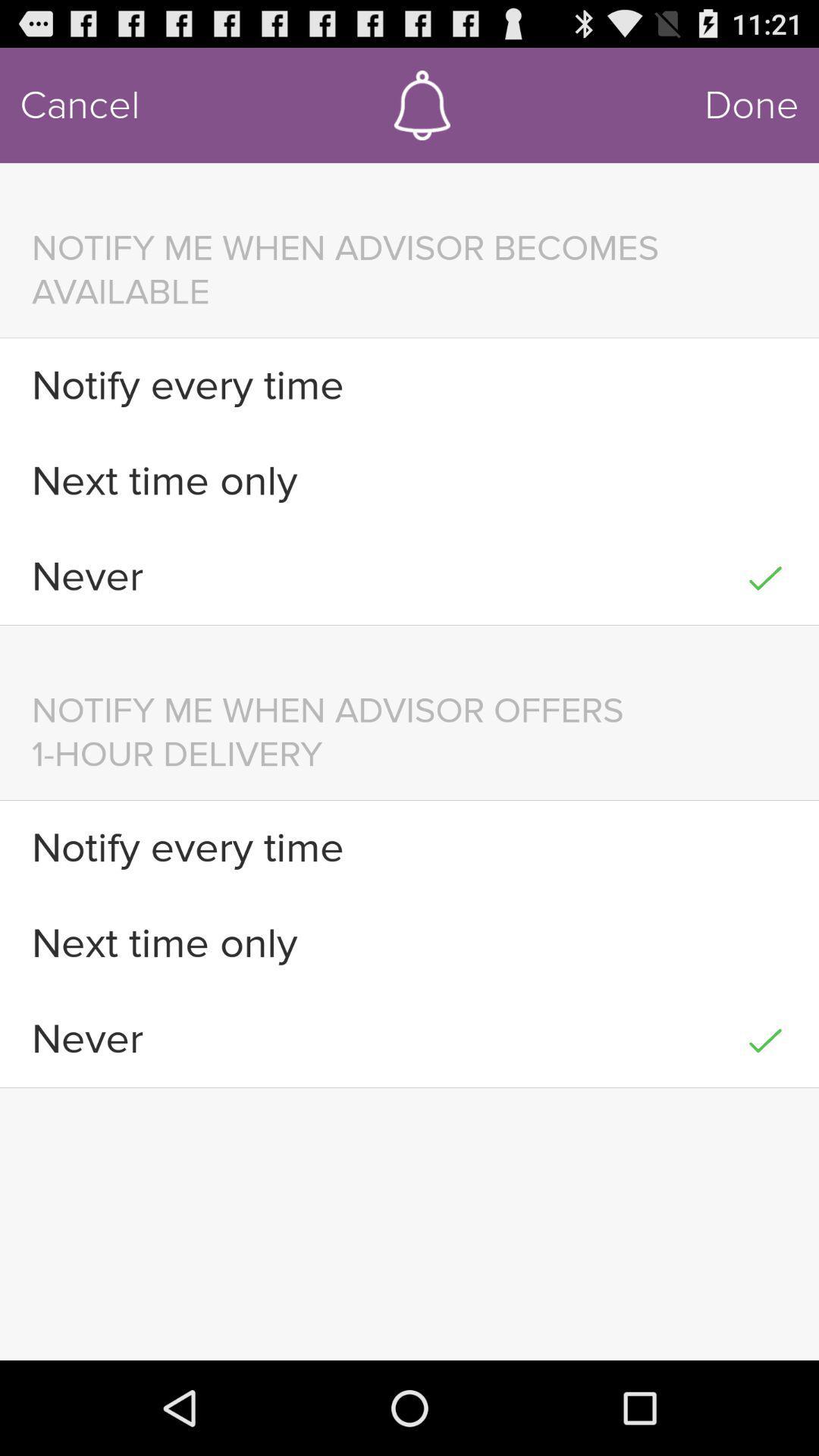  I want to click on the done icon, so click(752, 105).